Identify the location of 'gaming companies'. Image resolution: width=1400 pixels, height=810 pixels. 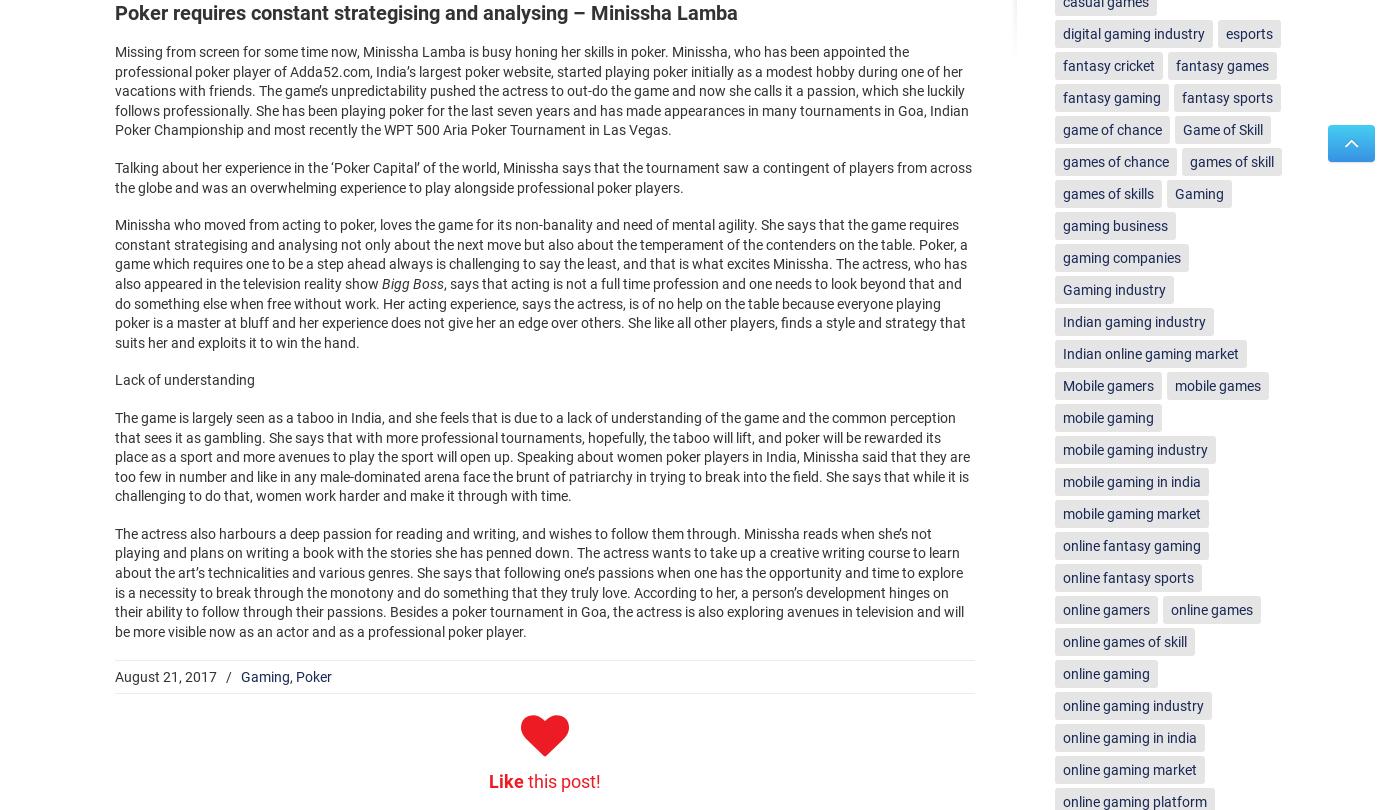
(1121, 256).